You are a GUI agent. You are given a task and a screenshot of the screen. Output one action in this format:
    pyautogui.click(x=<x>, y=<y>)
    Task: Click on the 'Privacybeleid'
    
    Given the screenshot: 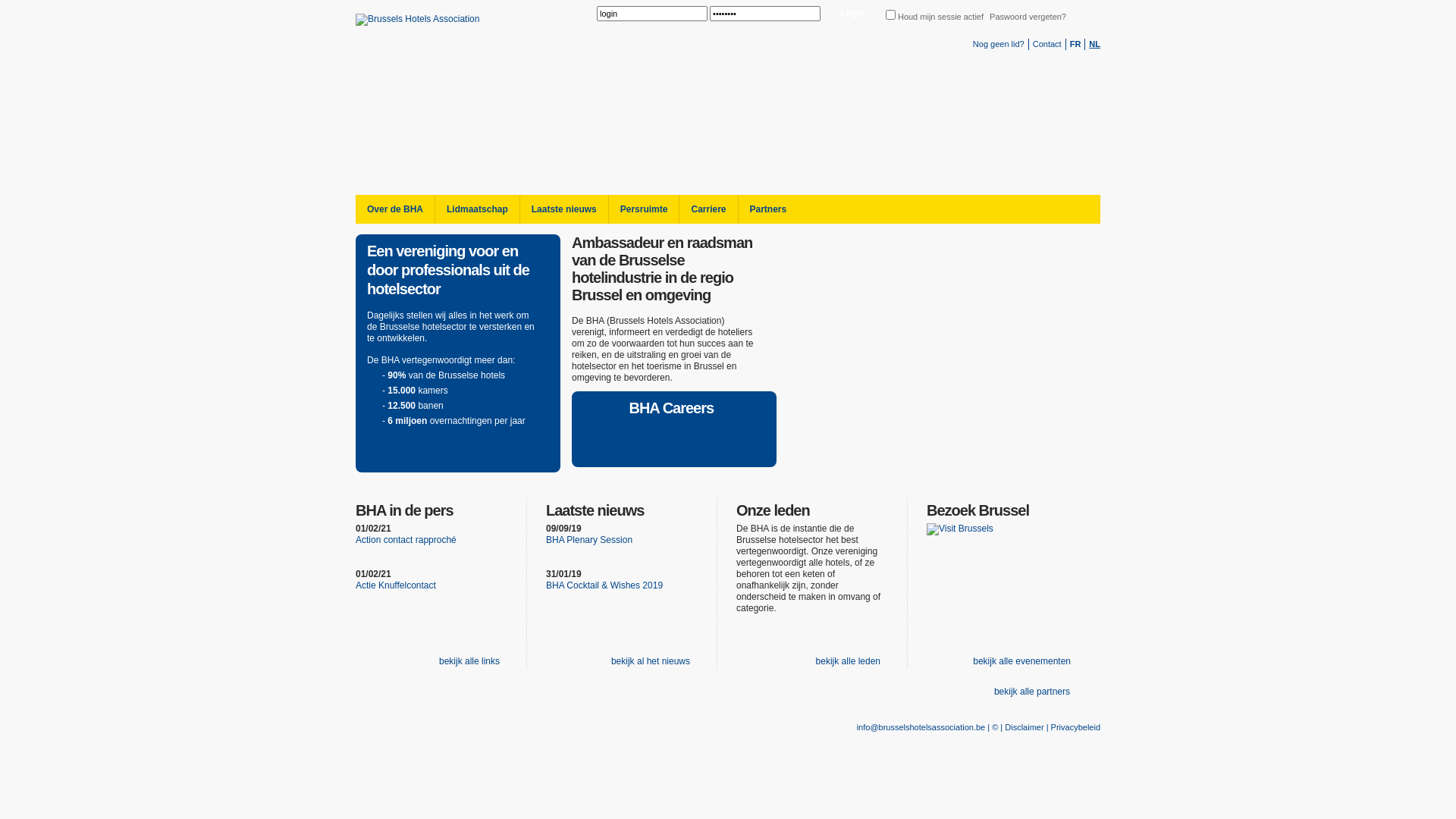 What is the action you would take?
    pyautogui.click(x=1075, y=726)
    